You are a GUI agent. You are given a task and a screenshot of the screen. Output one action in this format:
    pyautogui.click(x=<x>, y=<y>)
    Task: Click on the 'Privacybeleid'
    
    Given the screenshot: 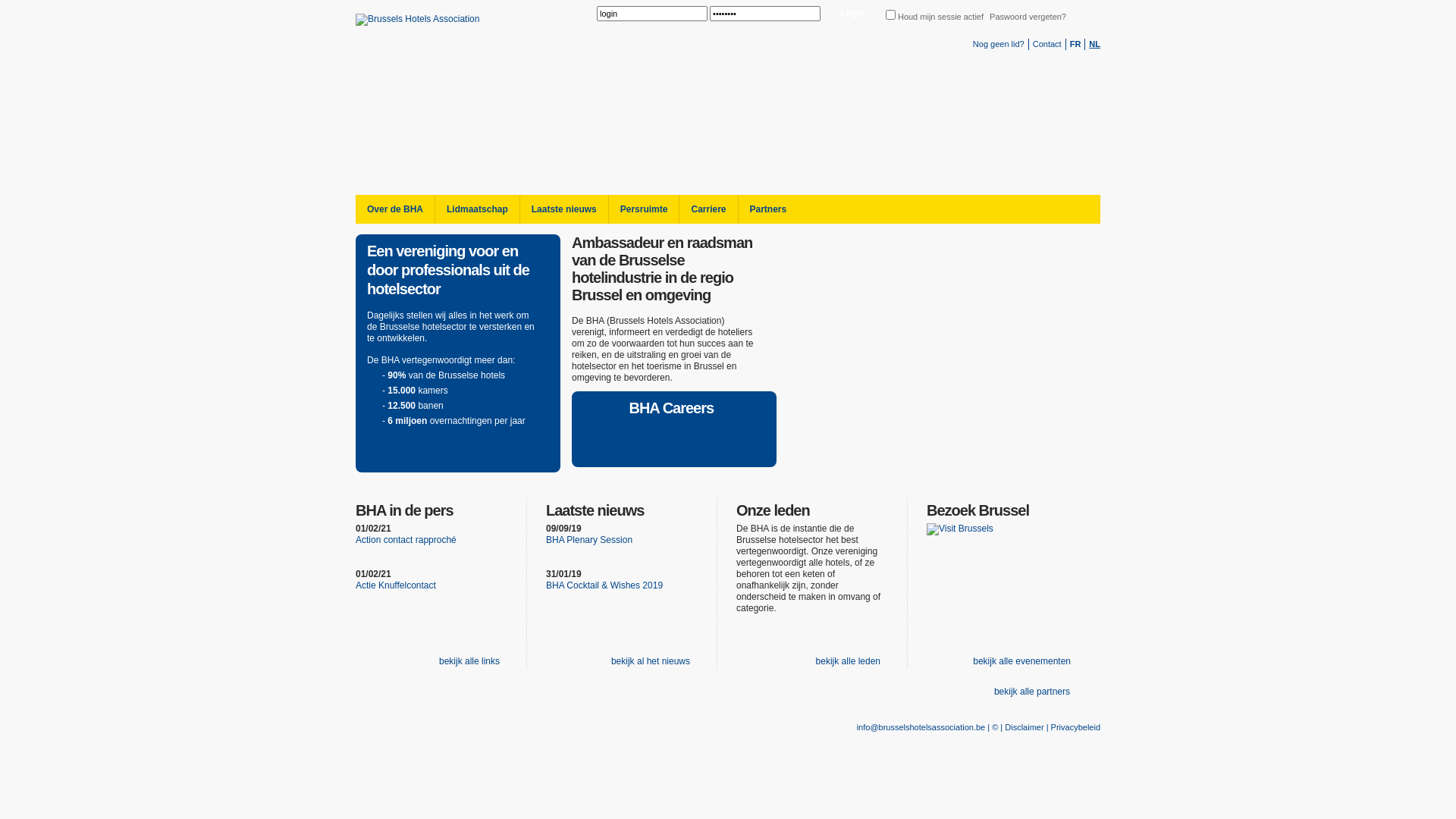 What is the action you would take?
    pyautogui.click(x=1075, y=726)
    